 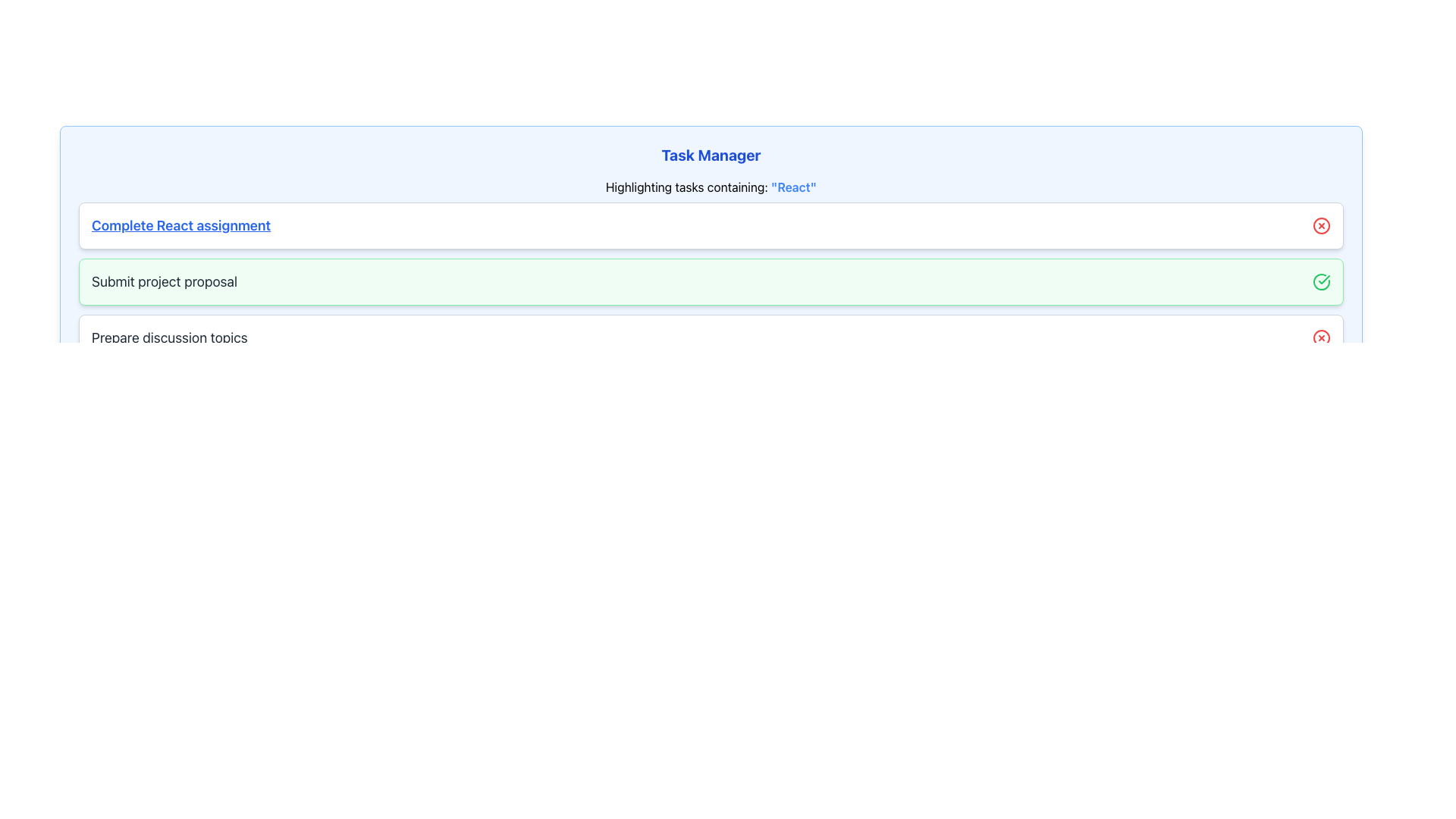 I want to click on text displayed as 'React' in bold blue font, positioned near the end of the phrase 'Highlighting tasks containing: "React"' within the Task Manager section, so click(x=792, y=186).